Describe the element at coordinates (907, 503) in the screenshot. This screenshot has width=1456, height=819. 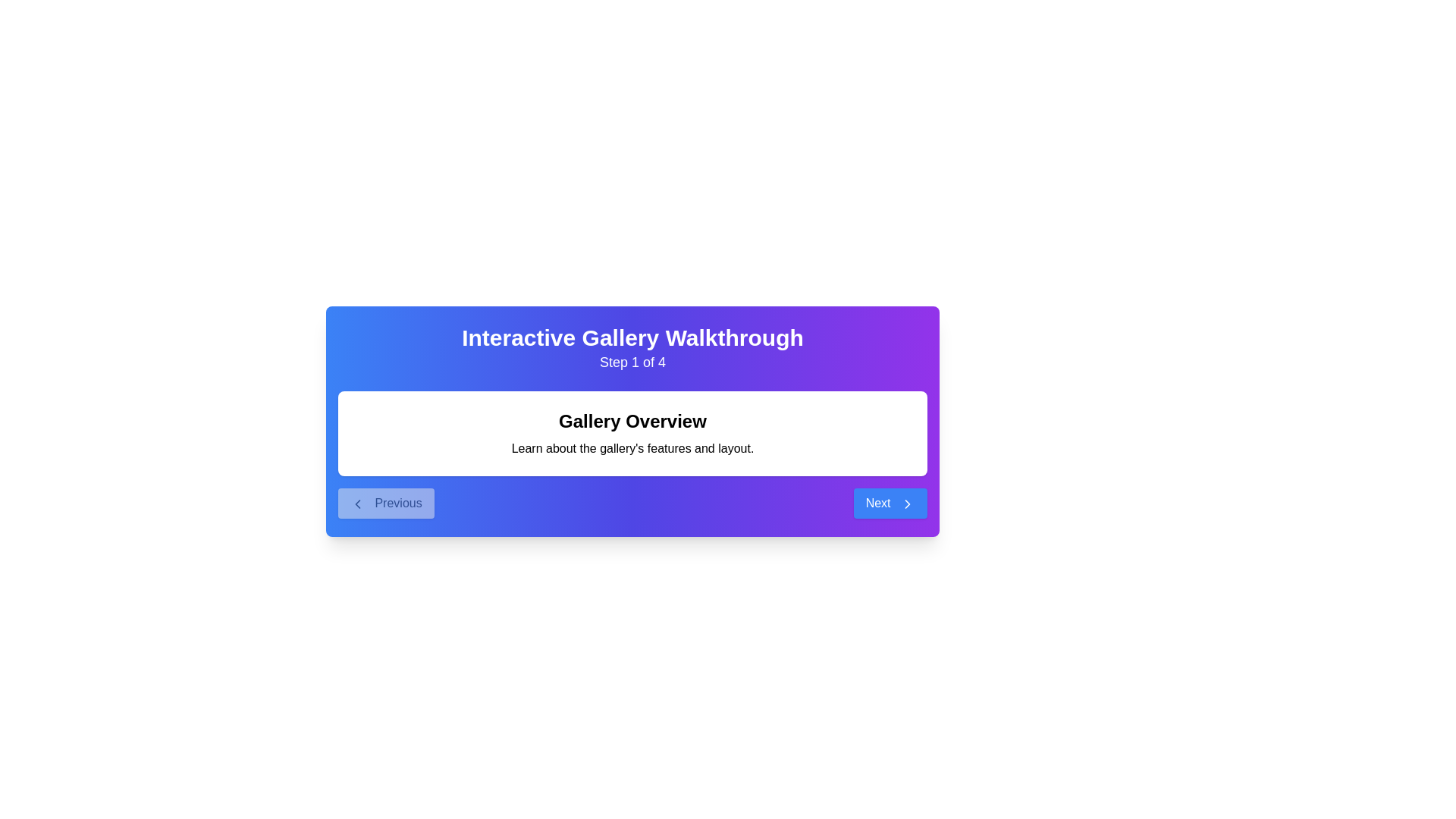
I see `the rightwards chevron arrow icon located within the 'Next' button at the bottom-right corner of the modal` at that location.